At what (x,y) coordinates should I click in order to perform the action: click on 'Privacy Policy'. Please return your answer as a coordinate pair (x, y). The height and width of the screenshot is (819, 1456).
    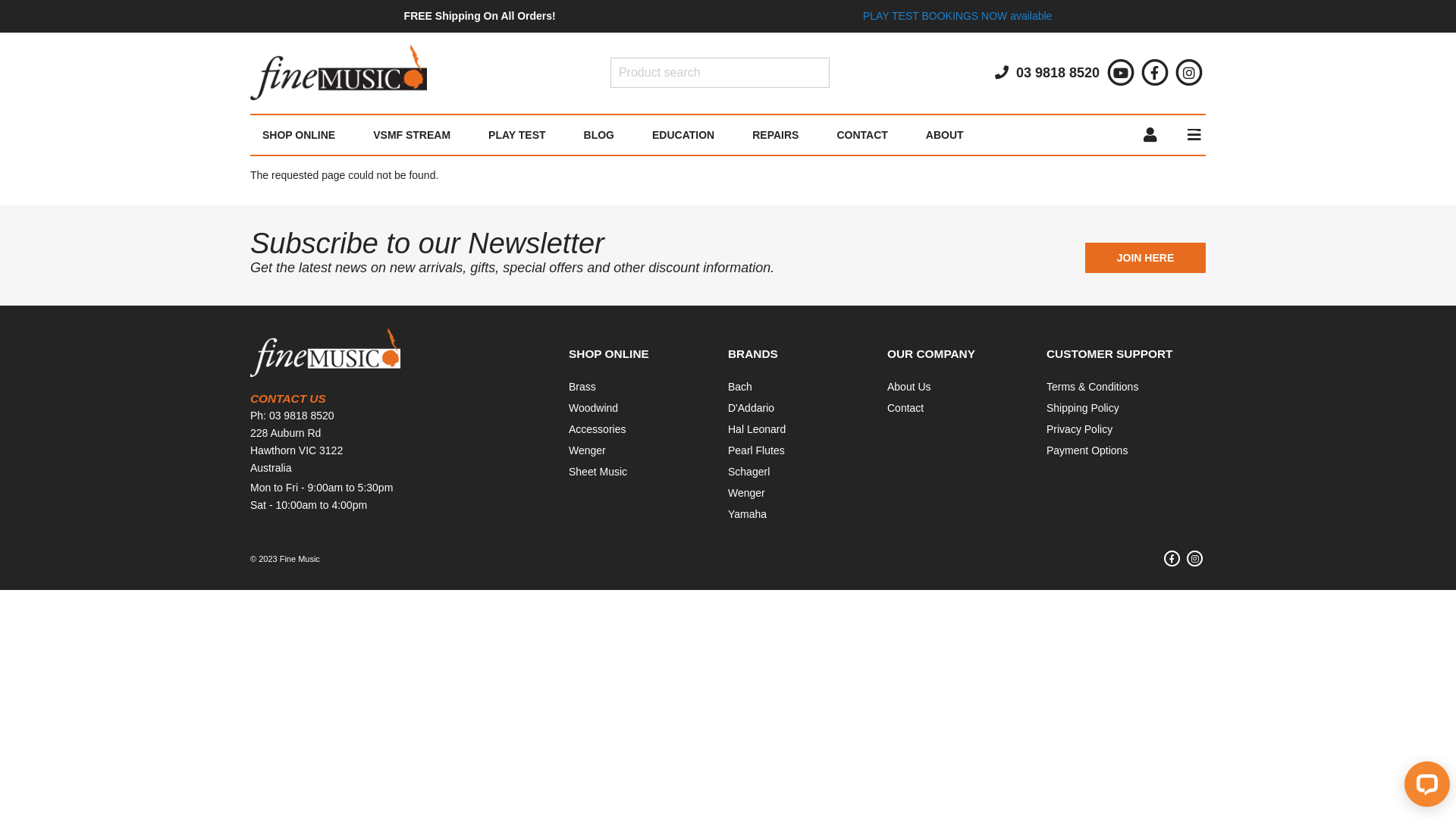
    Looking at the image, I should click on (1046, 429).